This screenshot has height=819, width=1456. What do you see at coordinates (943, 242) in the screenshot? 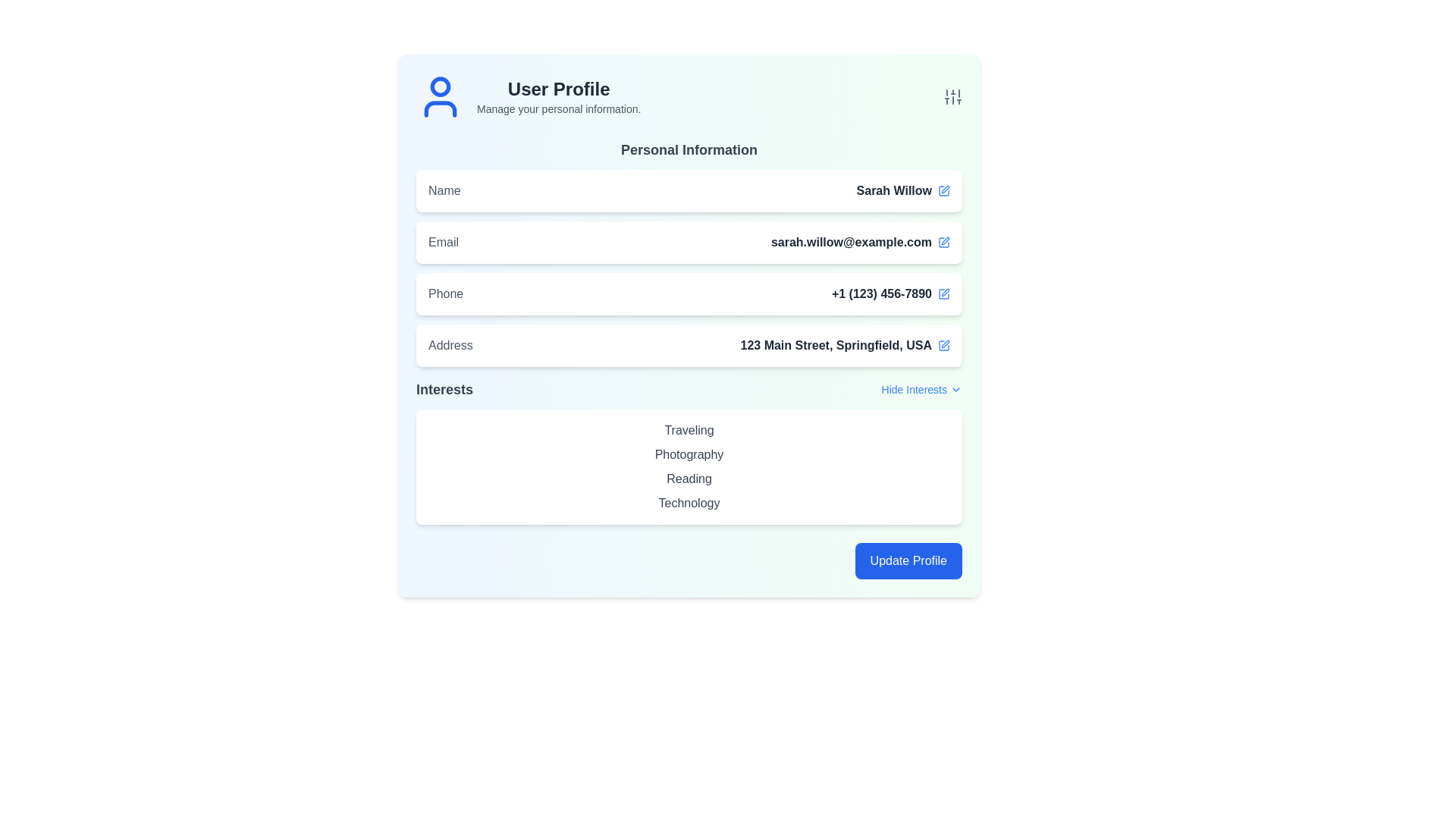
I see `the blue pen icon adjacent to the email text 'sarah.willow@example.com' to initiate the editing of the email address` at bounding box center [943, 242].